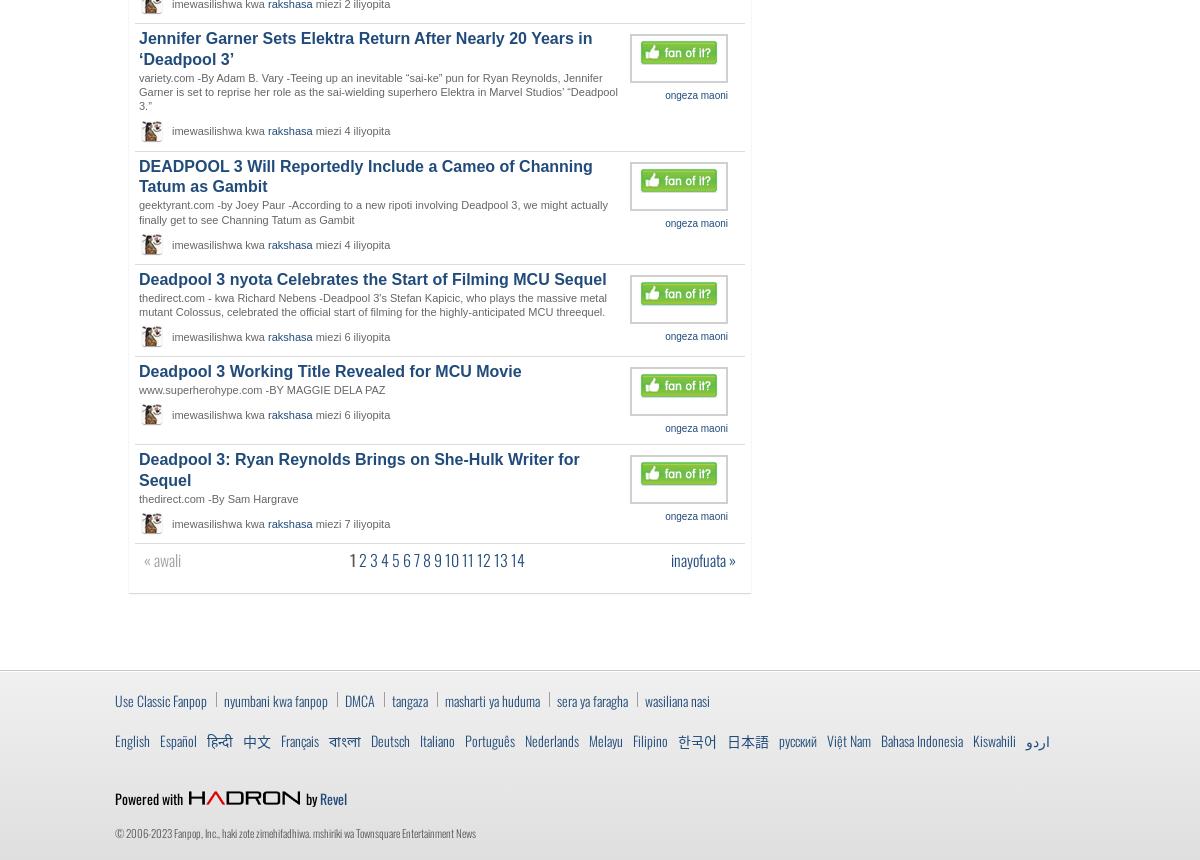  What do you see at coordinates (132, 738) in the screenshot?
I see `'English'` at bounding box center [132, 738].